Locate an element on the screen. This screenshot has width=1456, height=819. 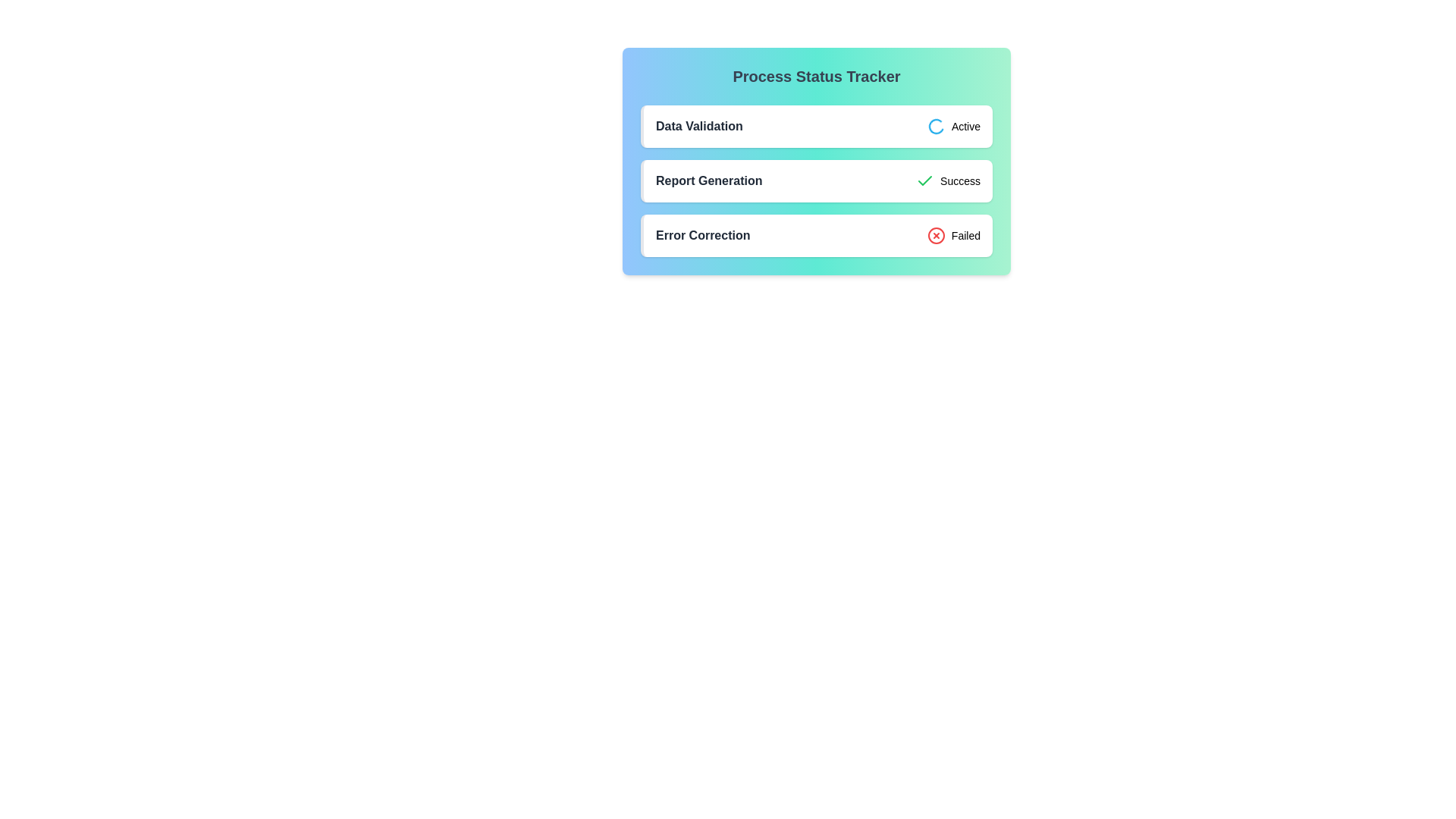
the text label located on the left side of the third card in the stacked status tracker interface, which provides context for the associated status indicator is located at coordinates (702, 236).